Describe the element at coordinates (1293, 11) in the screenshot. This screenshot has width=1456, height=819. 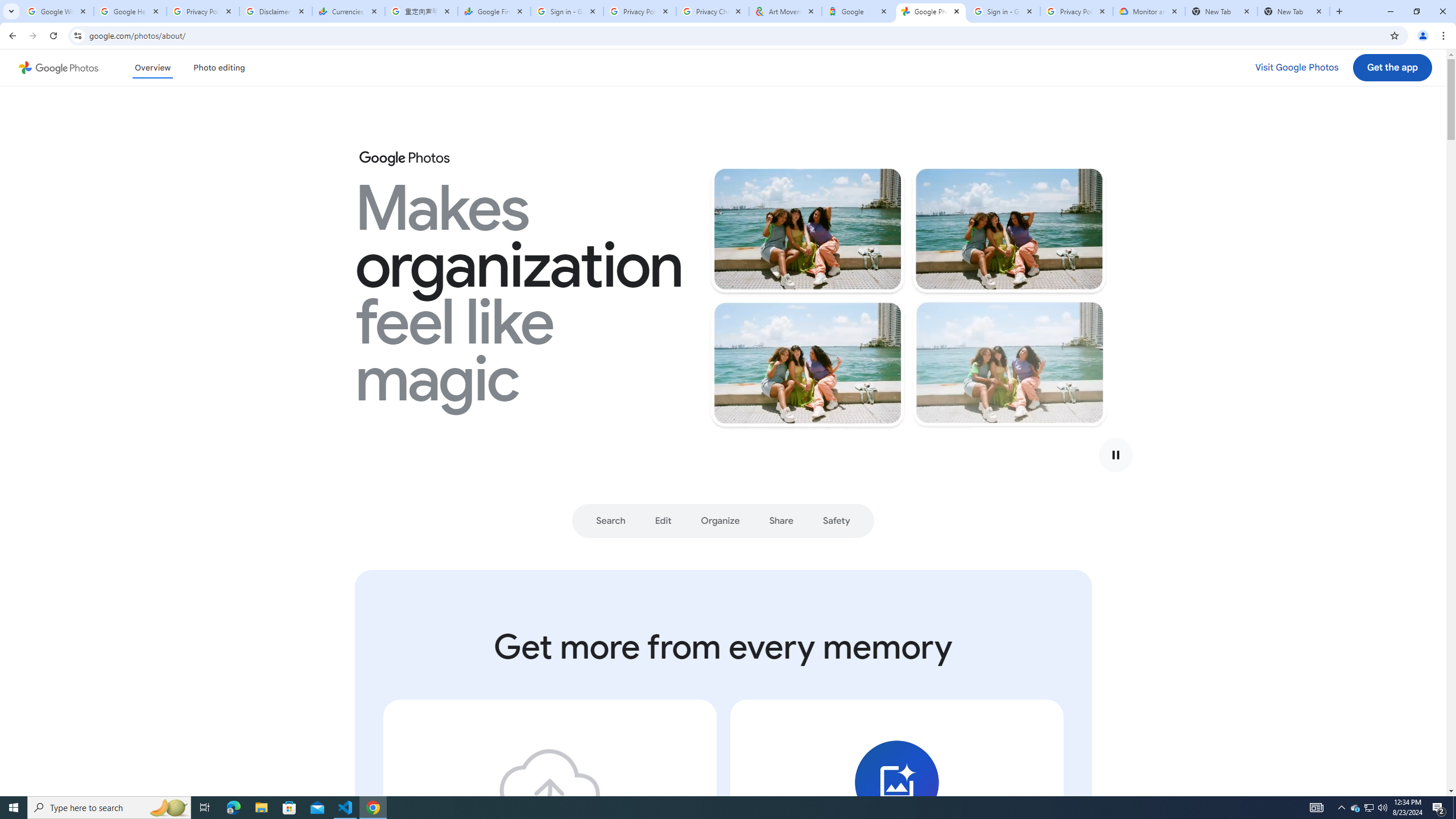
I see `'New Tab'` at that location.